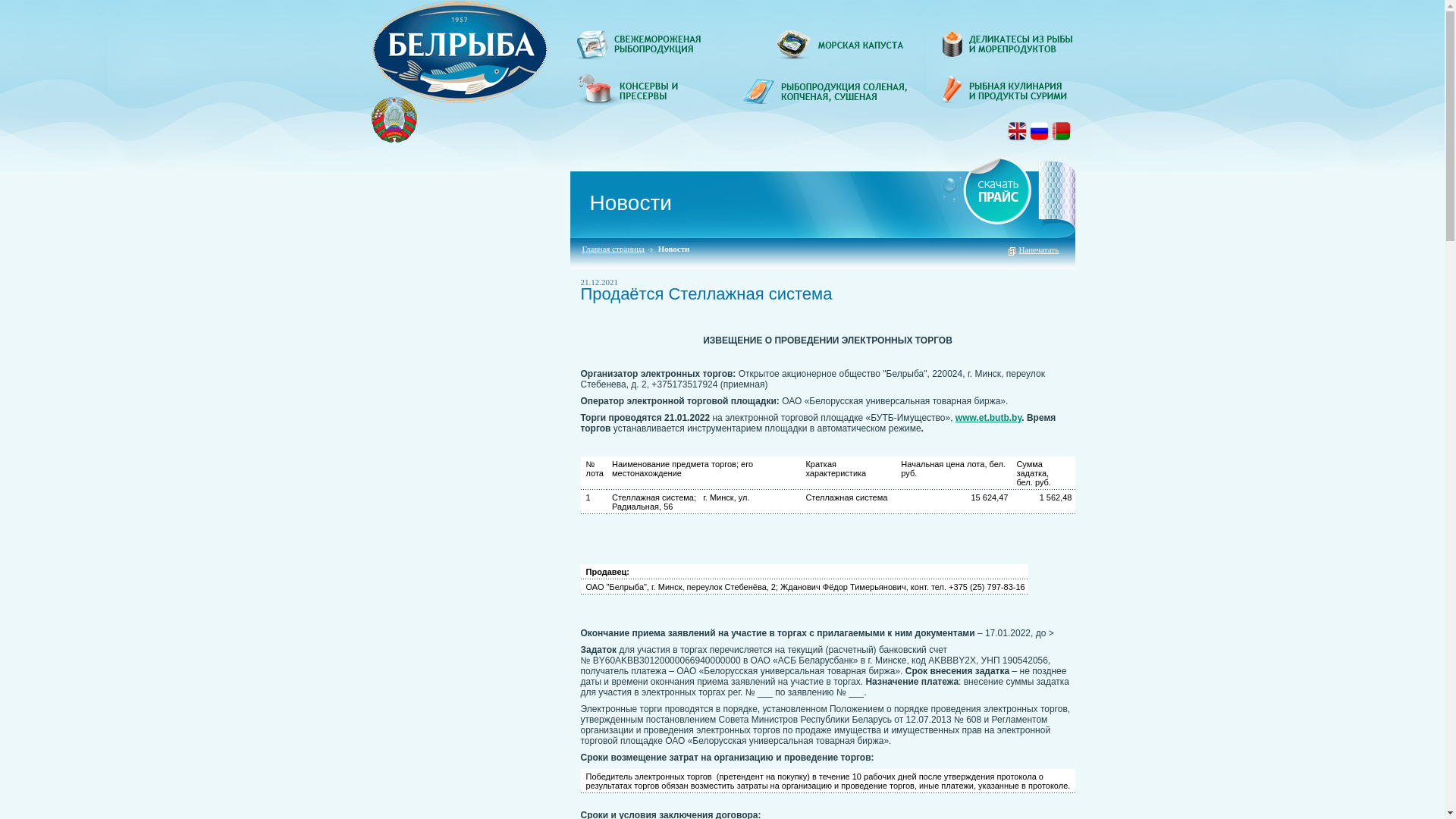  What do you see at coordinates (1060, 130) in the screenshot?
I see `'BY'` at bounding box center [1060, 130].